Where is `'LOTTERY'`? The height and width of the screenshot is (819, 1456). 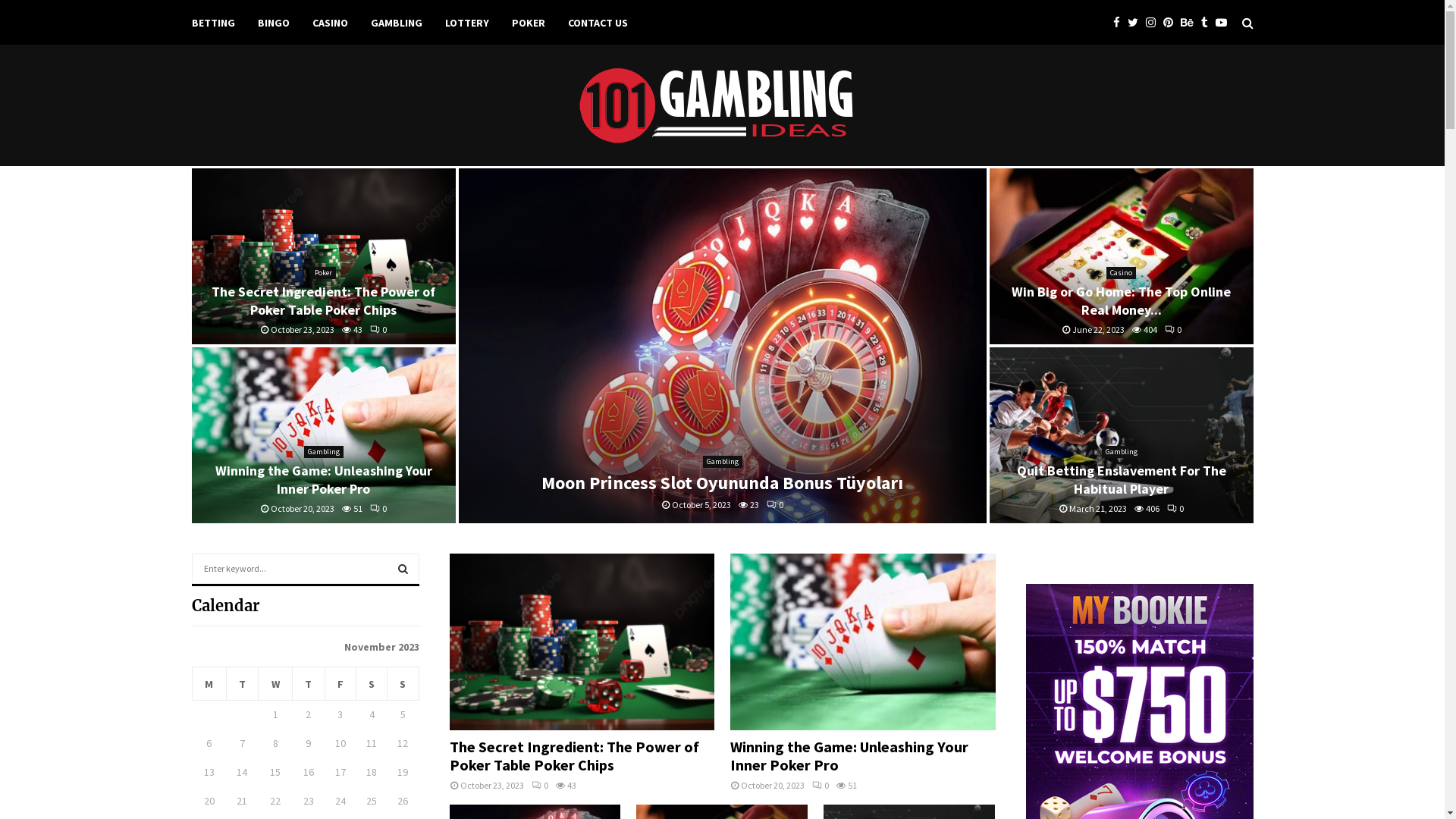
'LOTTERY' is located at coordinates (465, 23).